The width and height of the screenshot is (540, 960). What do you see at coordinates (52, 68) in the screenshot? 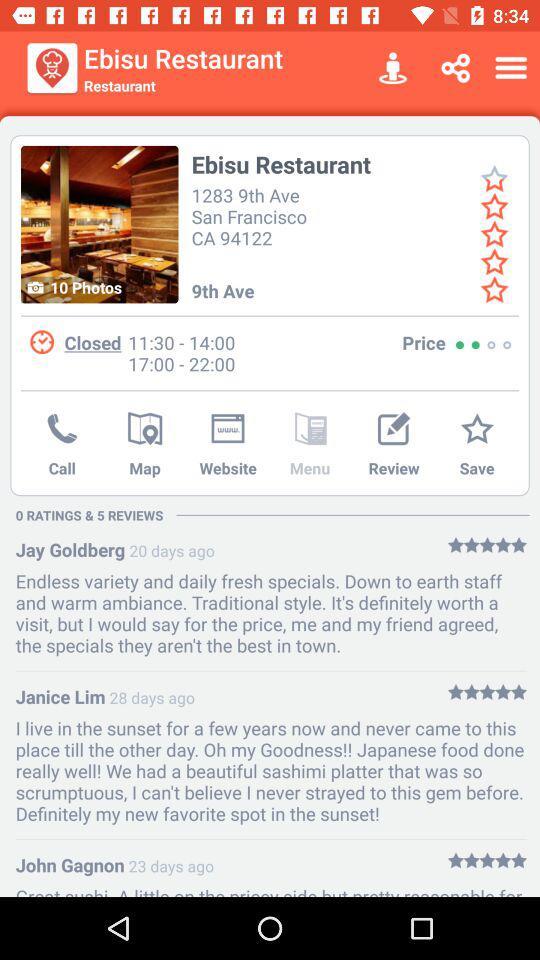
I see `item next to the ebisu restaurant` at bounding box center [52, 68].